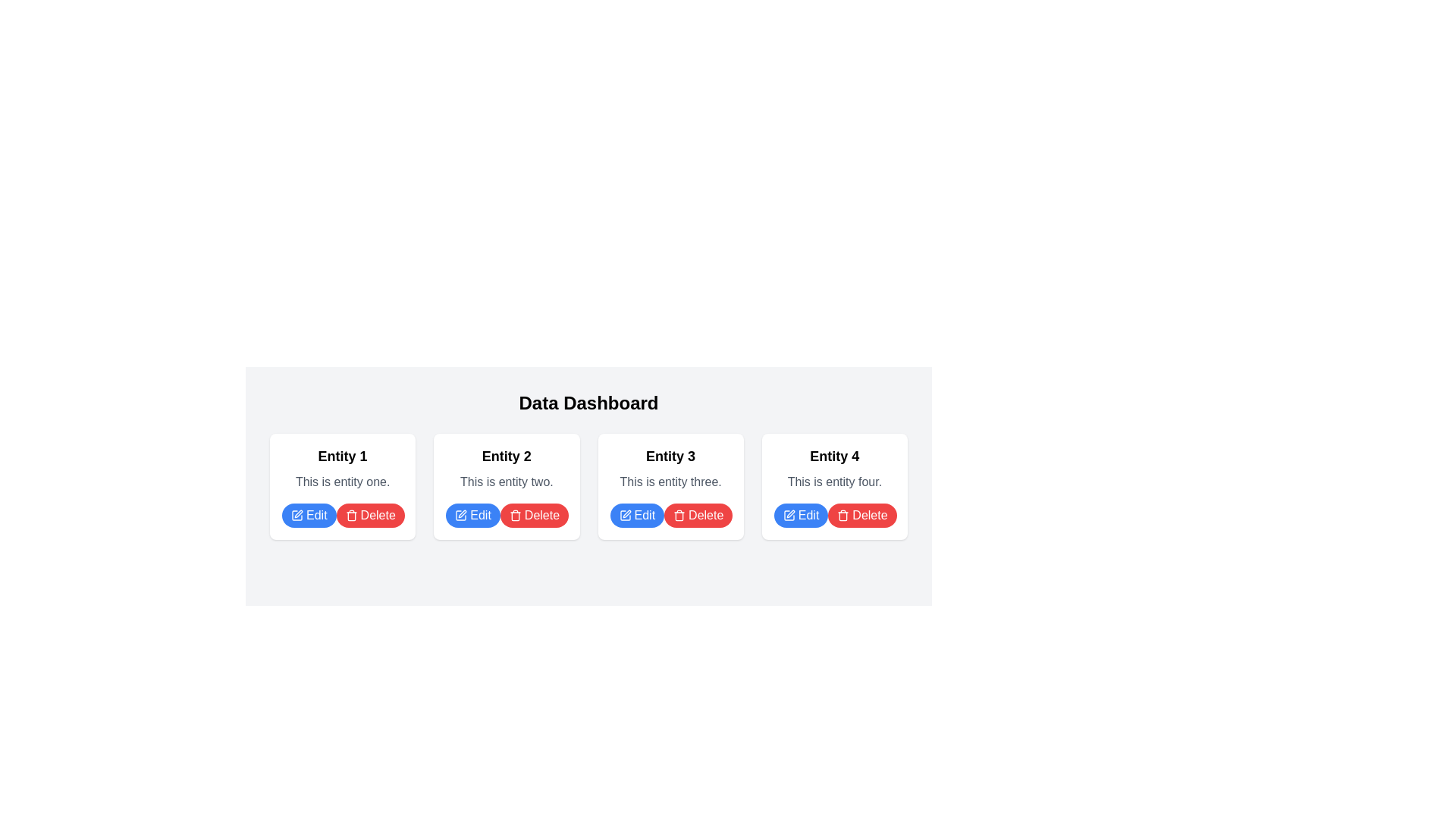 The image size is (1456, 819). What do you see at coordinates (342, 514) in the screenshot?
I see `the red 'Delete' button with a trash can icon located in the bottom section of the card labeled 'Entity 1' to initiate deletion of the item` at bounding box center [342, 514].